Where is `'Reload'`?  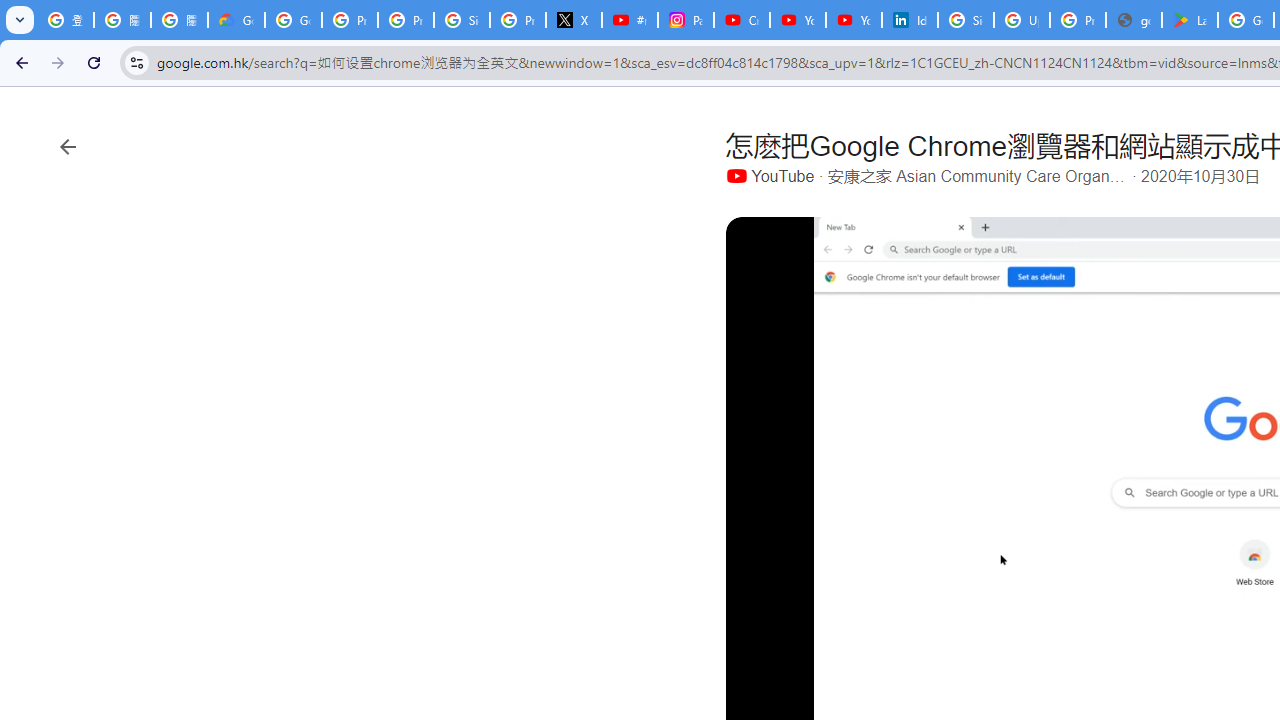 'Reload' is located at coordinates (93, 61).